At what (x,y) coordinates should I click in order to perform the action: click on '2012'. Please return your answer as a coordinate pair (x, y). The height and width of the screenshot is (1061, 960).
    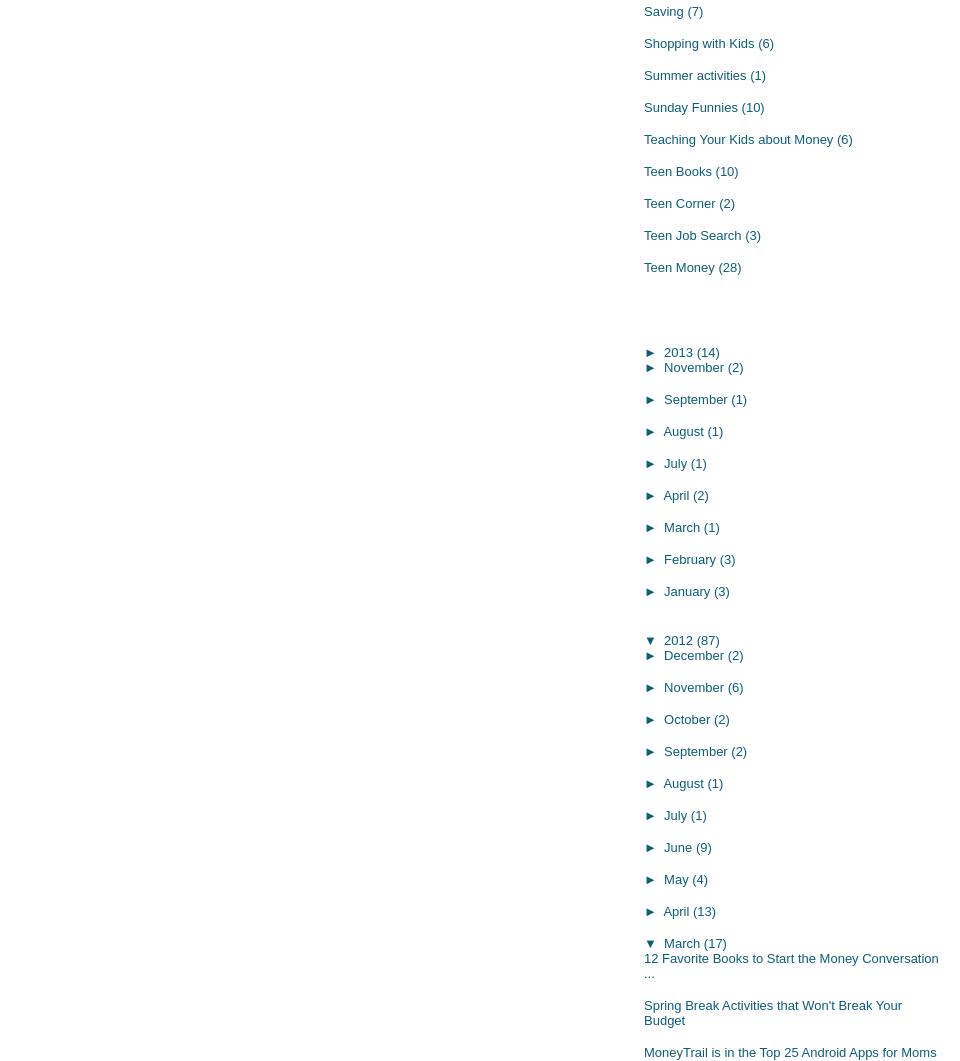
    Looking at the image, I should click on (664, 638).